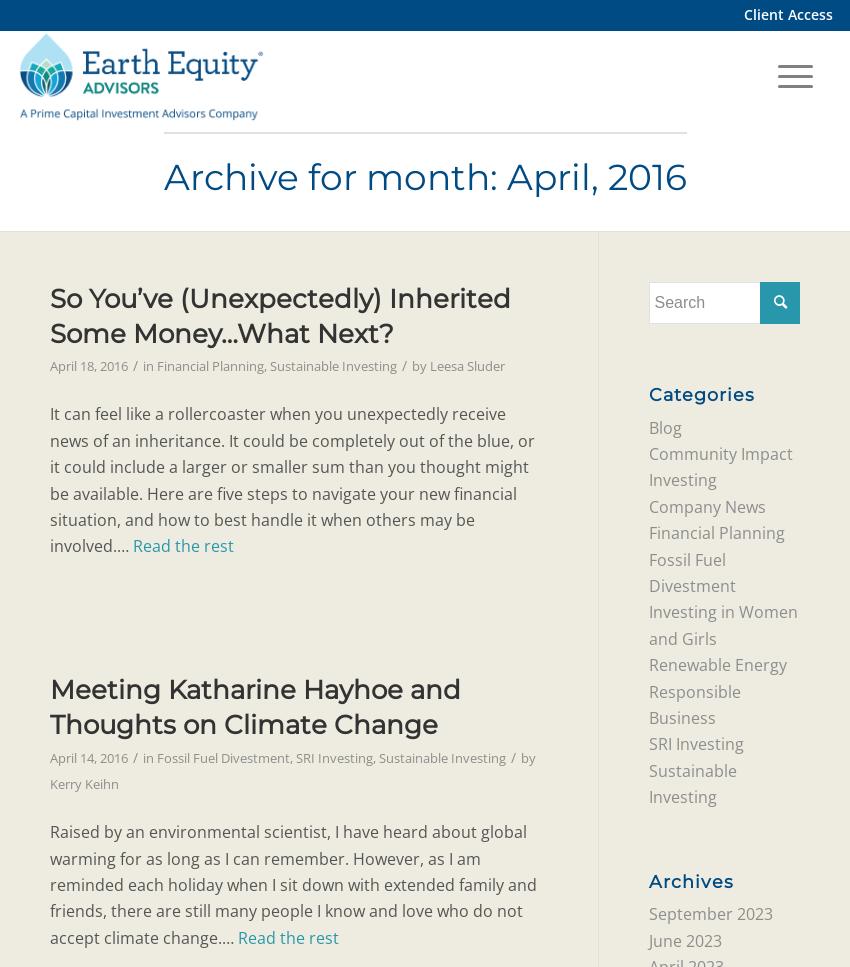 The width and height of the screenshot is (850, 967). Describe the element at coordinates (291, 480) in the screenshot. I see `'It can feel like a rollercoaster when you unexpectedly receive news of an inheritance. It could be completely out of the blue, or it could include a larger or smaller sum than you thought might be available. Here are five steps to navigate your new financial situation, and how to best handle it when others may be involved.…'` at that location.